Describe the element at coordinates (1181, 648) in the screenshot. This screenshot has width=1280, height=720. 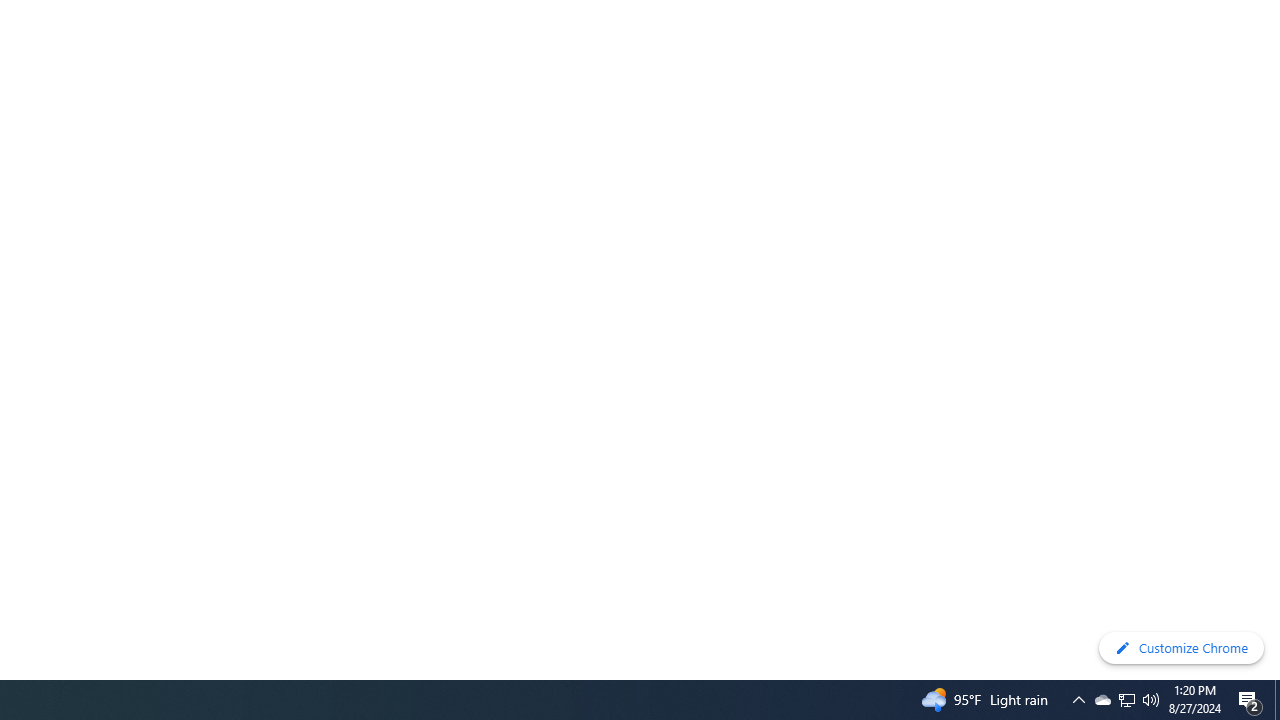
I see `'Customize Chrome'` at that location.